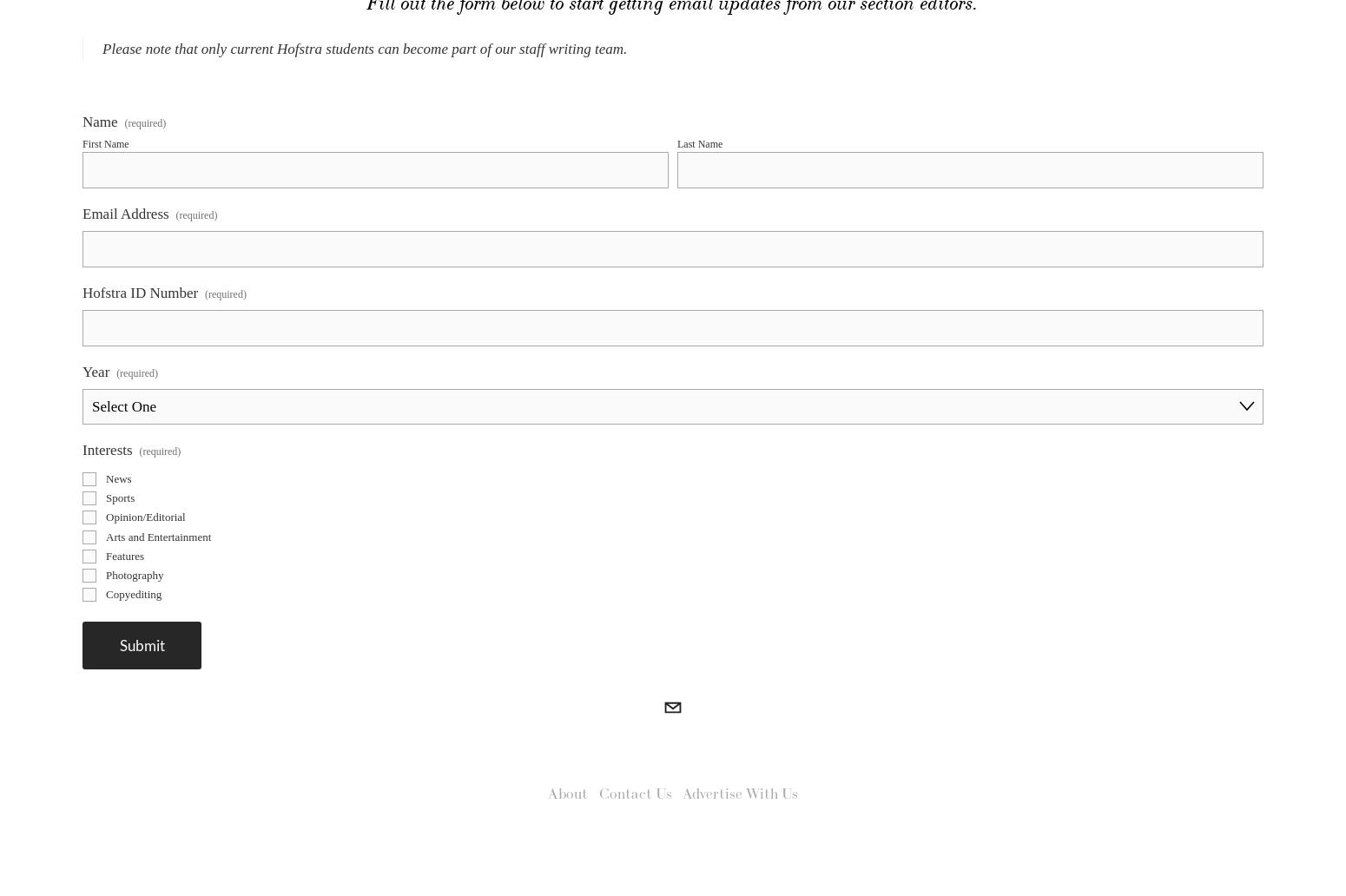  Describe the element at coordinates (139, 326) in the screenshot. I see `'Hofstra ID Number'` at that location.